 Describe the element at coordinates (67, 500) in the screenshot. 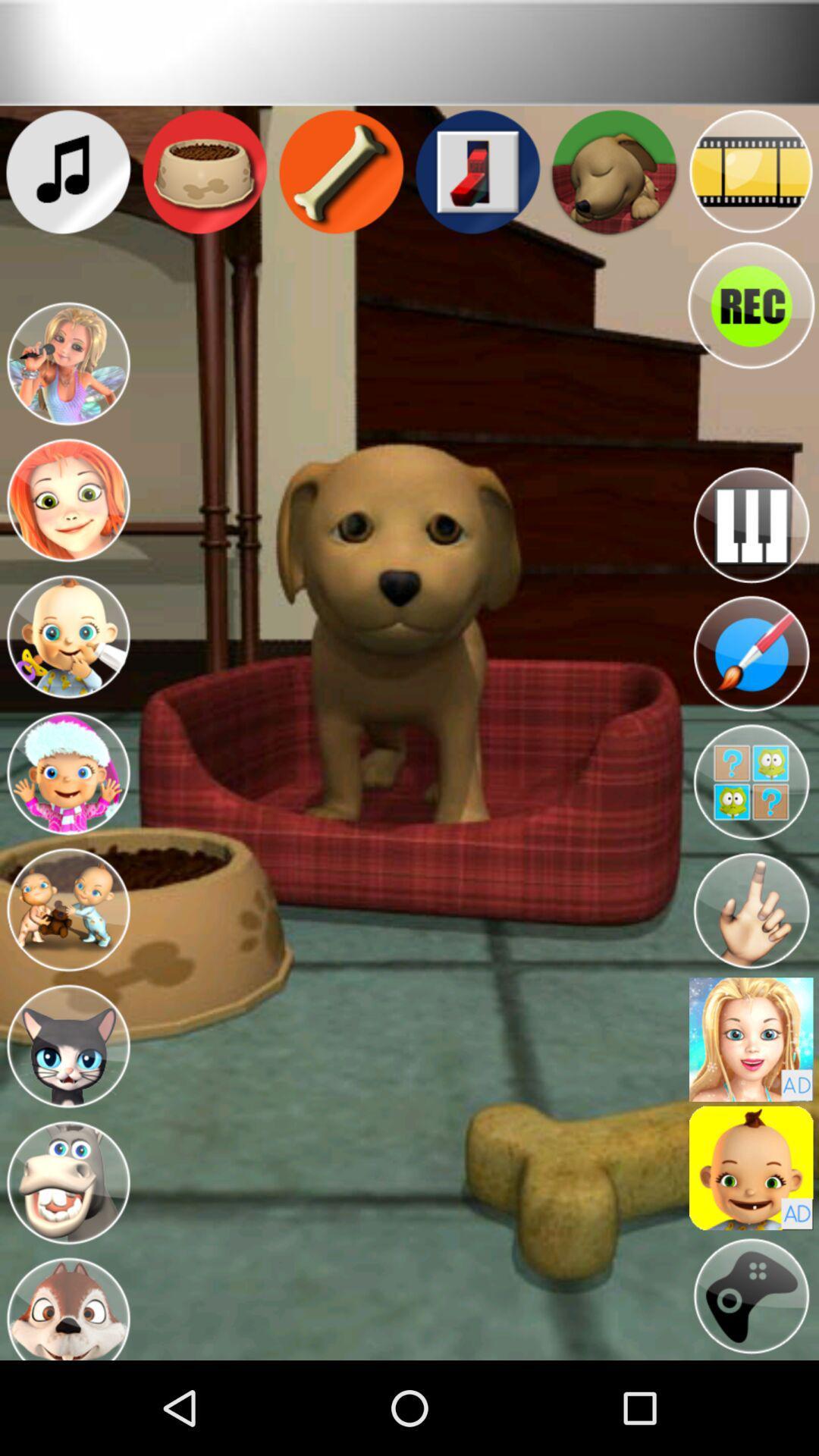

I see `switch to different character` at that location.